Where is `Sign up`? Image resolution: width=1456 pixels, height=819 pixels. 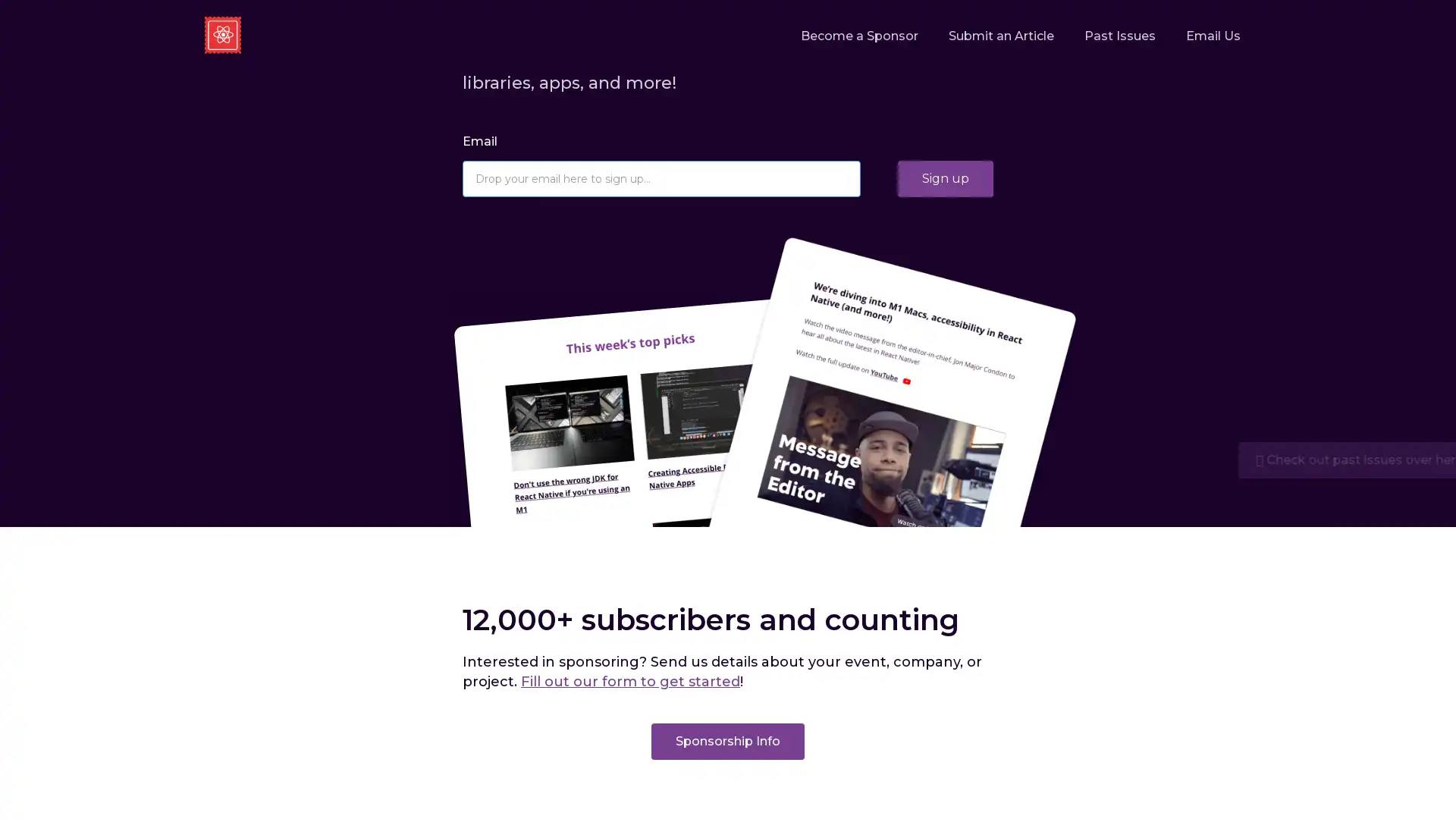 Sign up is located at coordinates (945, 177).